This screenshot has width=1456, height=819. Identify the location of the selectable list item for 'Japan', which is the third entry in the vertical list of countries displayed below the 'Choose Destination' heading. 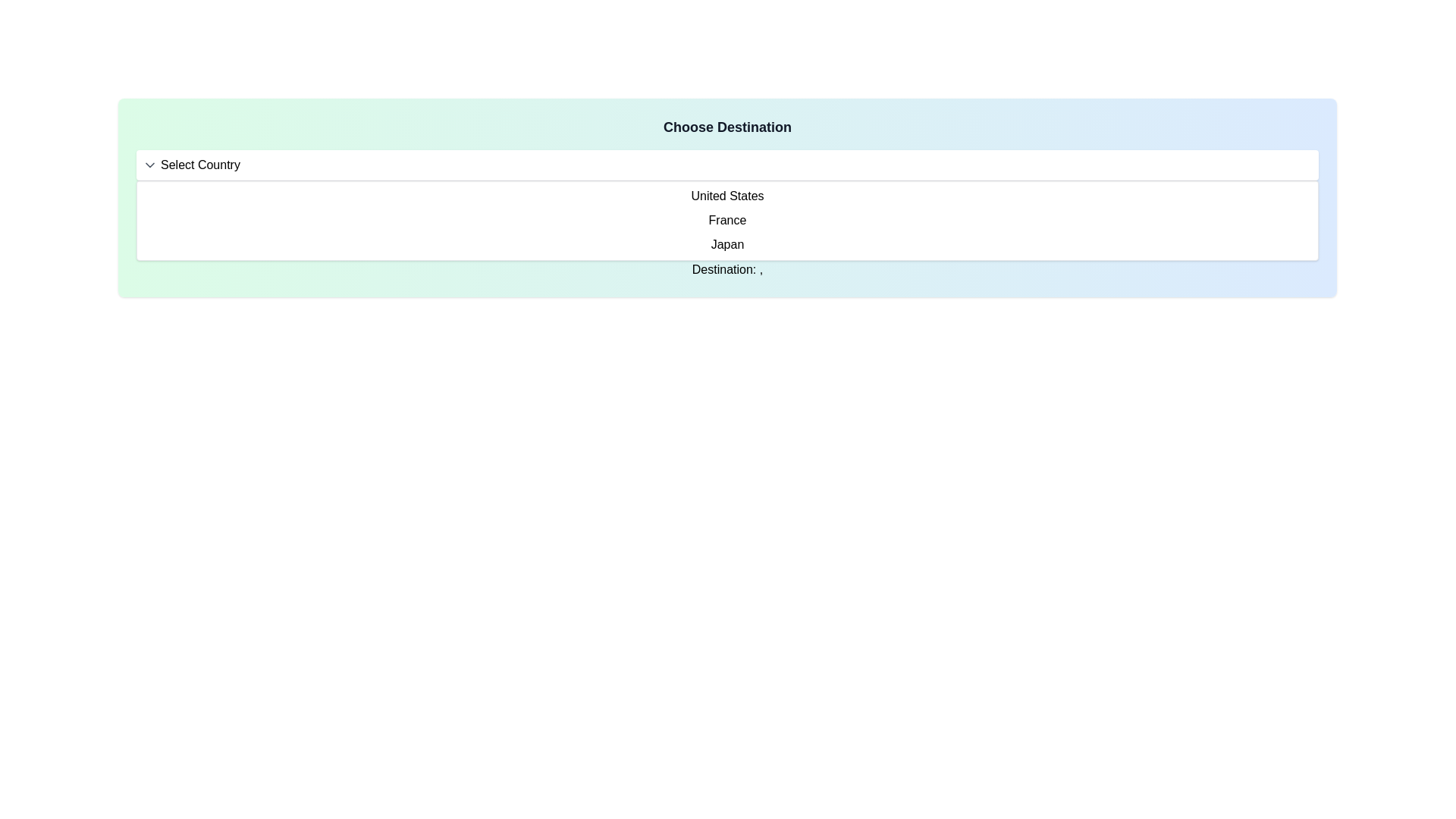
(726, 244).